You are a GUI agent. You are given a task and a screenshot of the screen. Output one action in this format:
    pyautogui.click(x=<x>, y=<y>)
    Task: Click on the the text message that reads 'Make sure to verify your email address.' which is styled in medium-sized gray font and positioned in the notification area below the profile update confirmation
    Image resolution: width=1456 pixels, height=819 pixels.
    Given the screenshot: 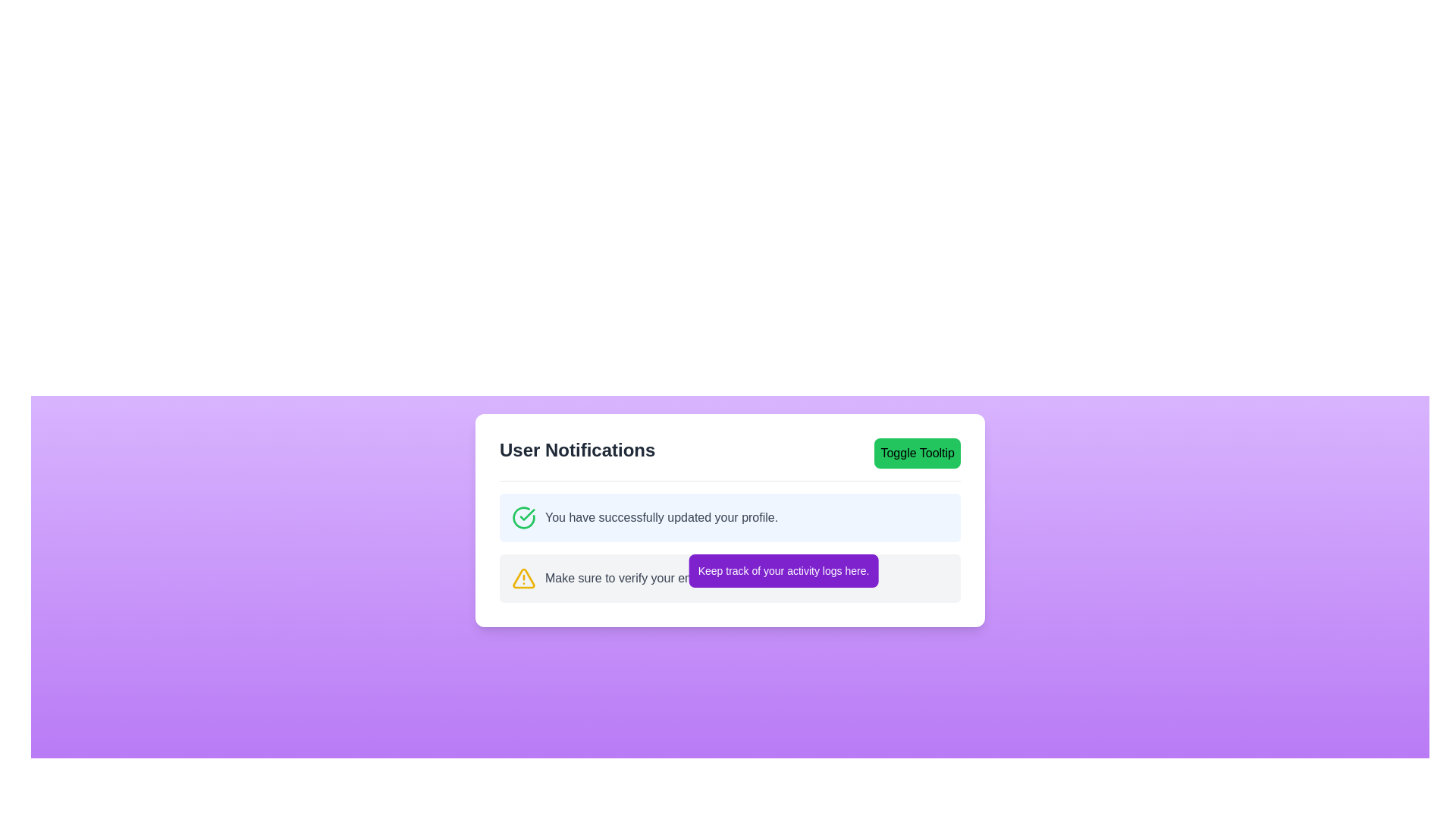 What is the action you would take?
    pyautogui.click(x=651, y=579)
    